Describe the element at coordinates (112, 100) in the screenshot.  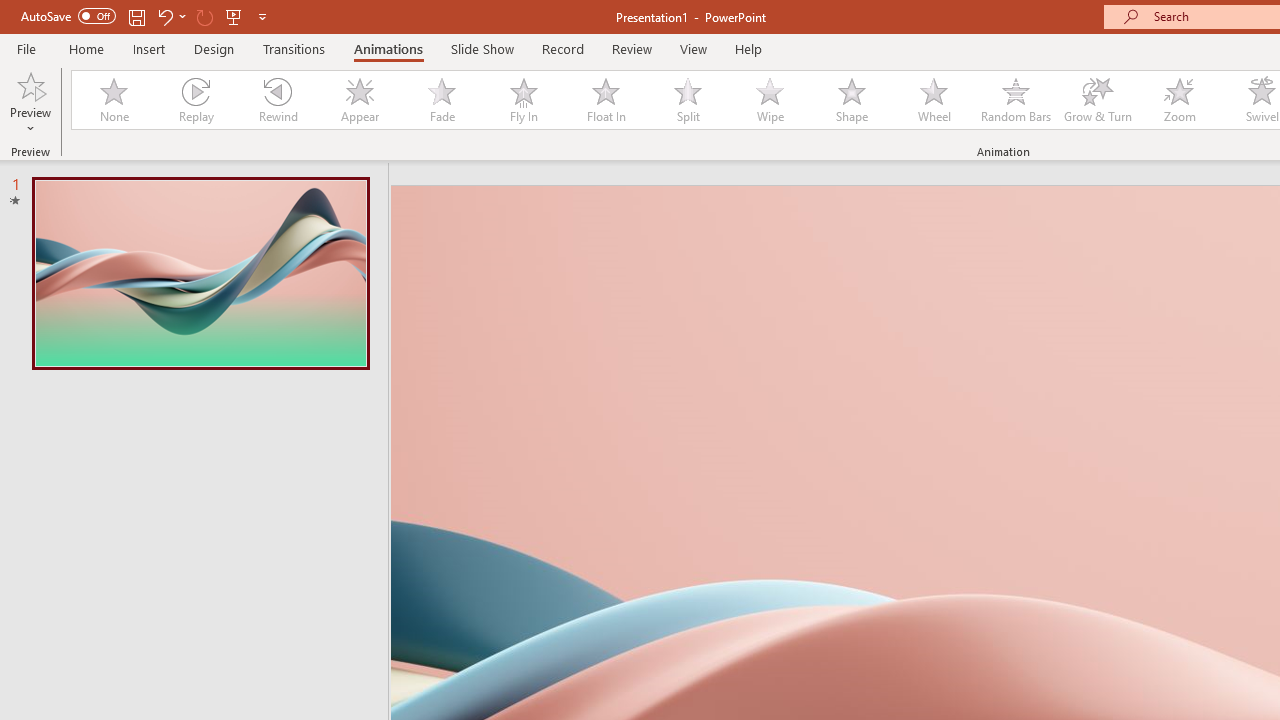
I see `'None'` at that location.